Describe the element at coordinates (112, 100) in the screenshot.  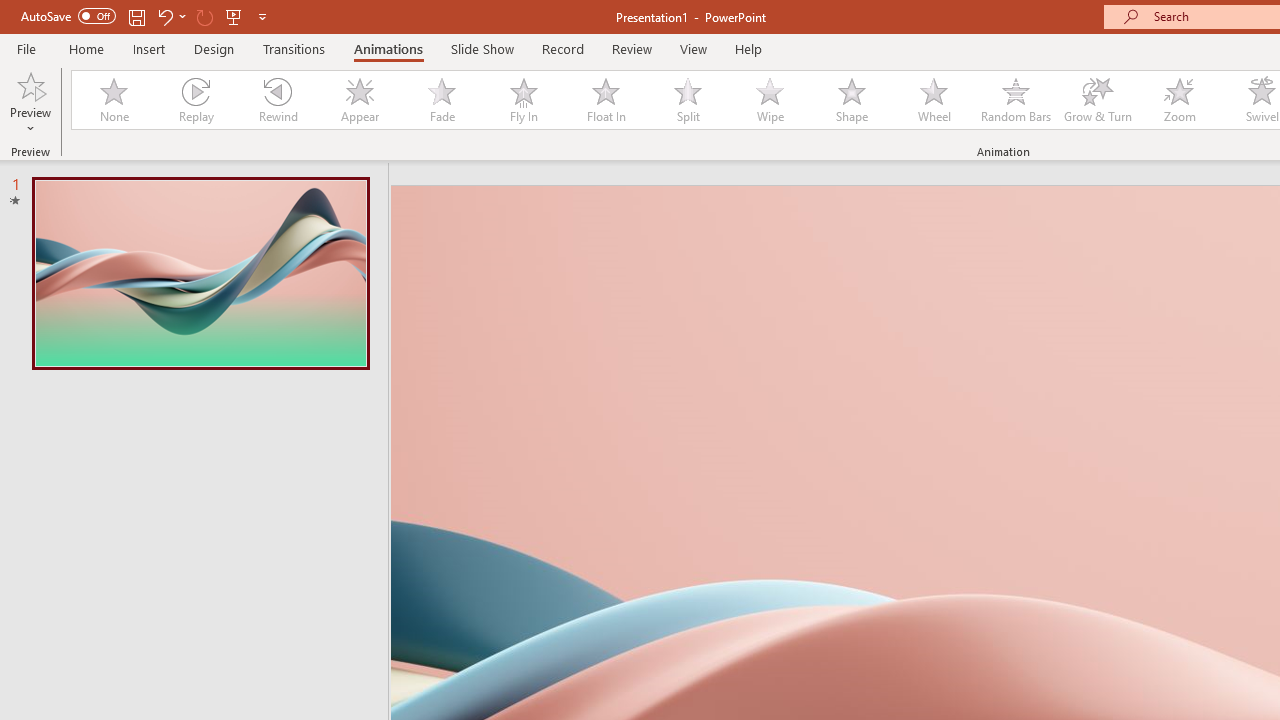
I see `'None'` at that location.